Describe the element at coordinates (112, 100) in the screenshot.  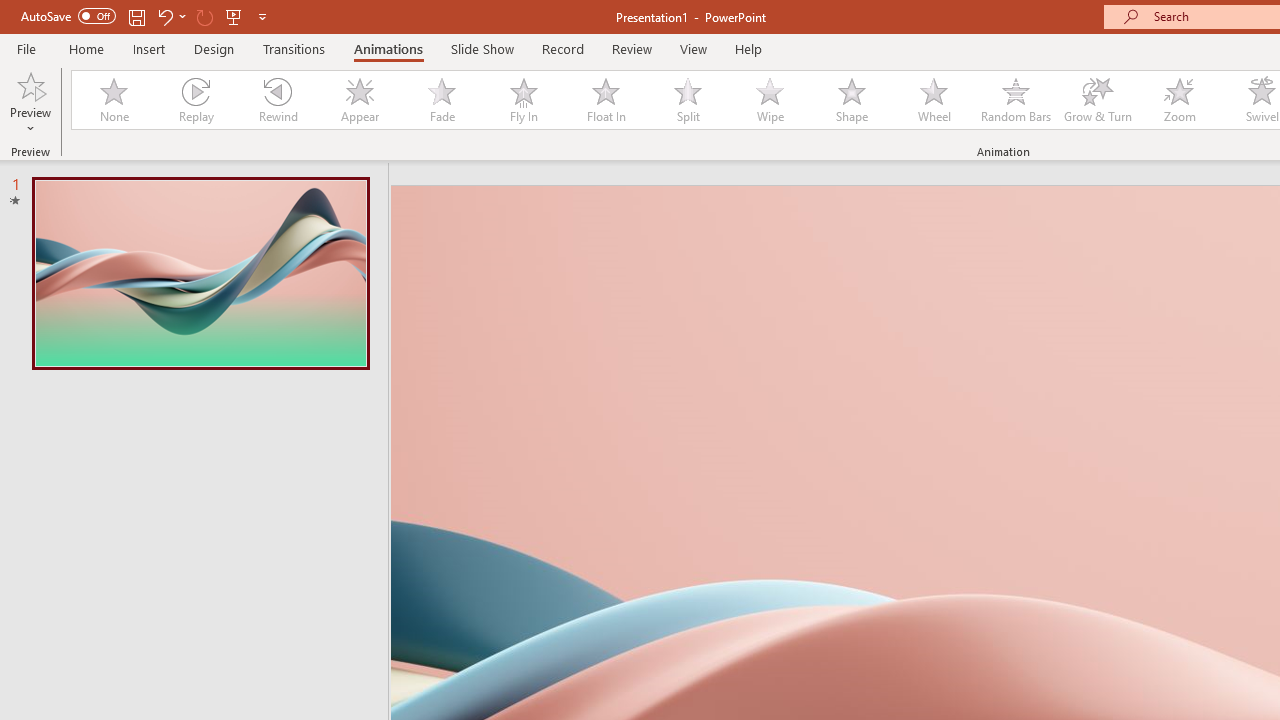
I see `'None'` at that location.